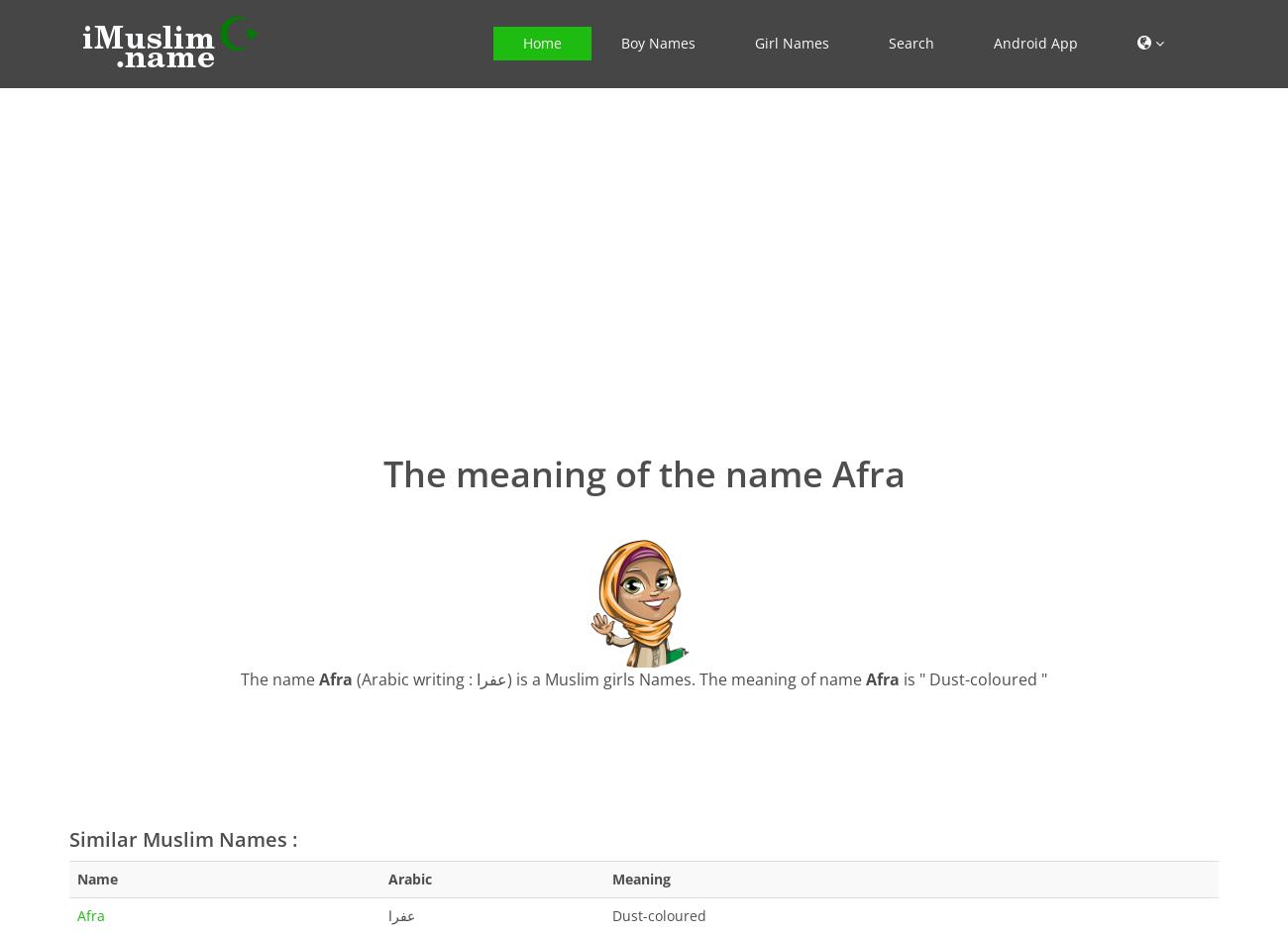 The height and width of the screenshot is (934, 1288). Describe the element at coordinates (351, 676) in the screenshot. I see `'(Arabic writing : عفرا) is a Muslim girls Names. The meaning of name'` at that location.